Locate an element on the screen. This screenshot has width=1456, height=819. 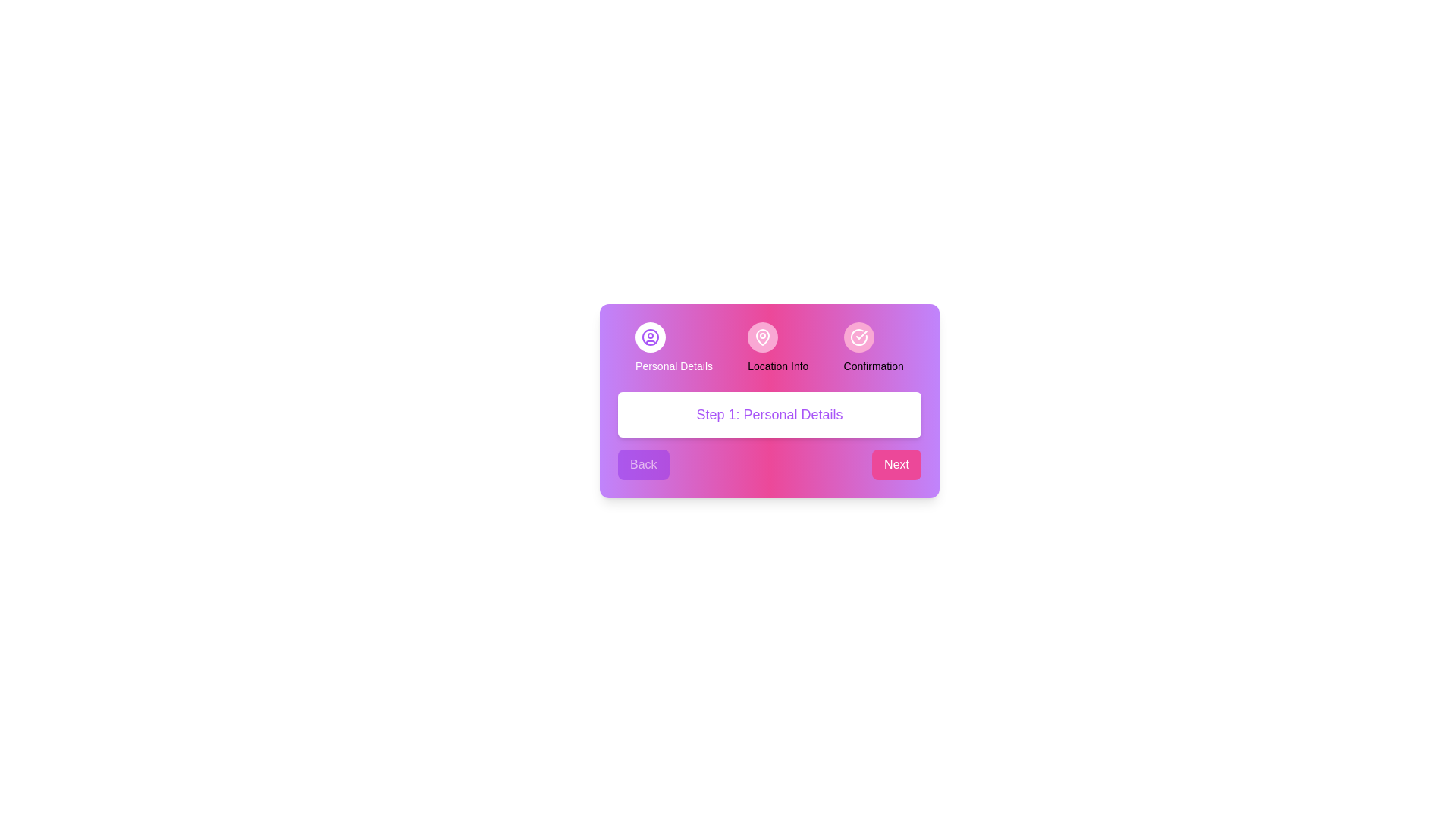
'Next' button to navigate to the next step is located at coordinates (896, 464).